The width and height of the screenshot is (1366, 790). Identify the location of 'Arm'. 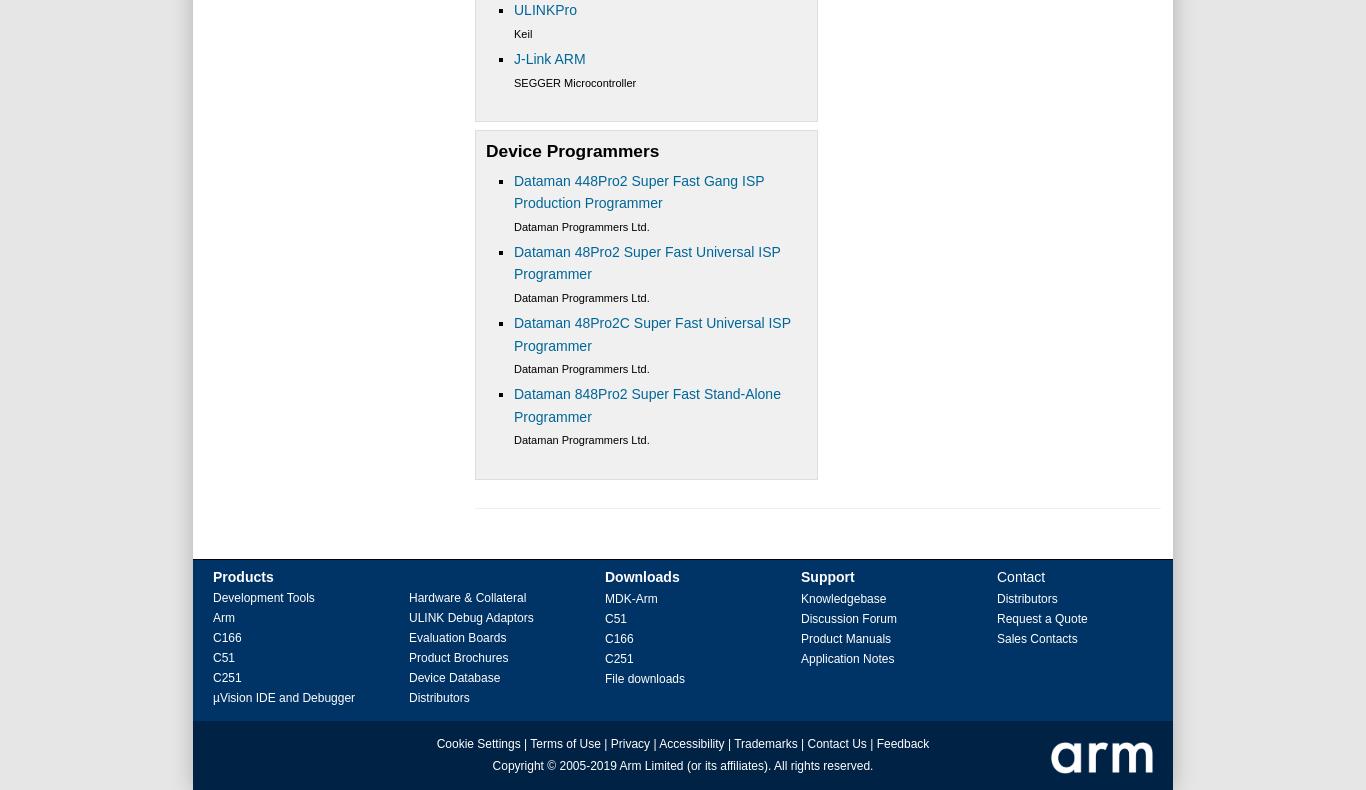
(223, 618).